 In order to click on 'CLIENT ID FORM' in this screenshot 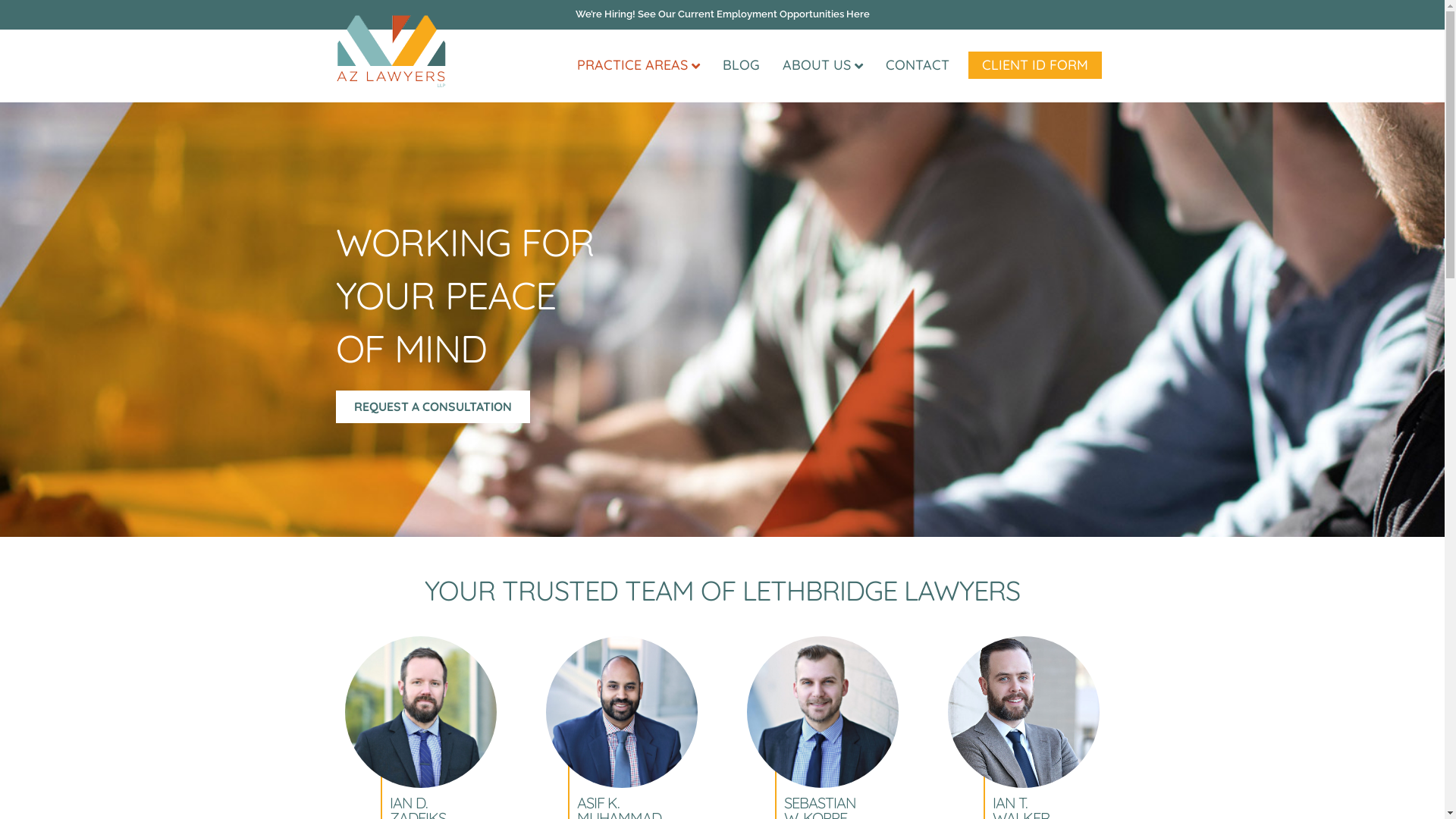, I will do `click(967, 64)`.